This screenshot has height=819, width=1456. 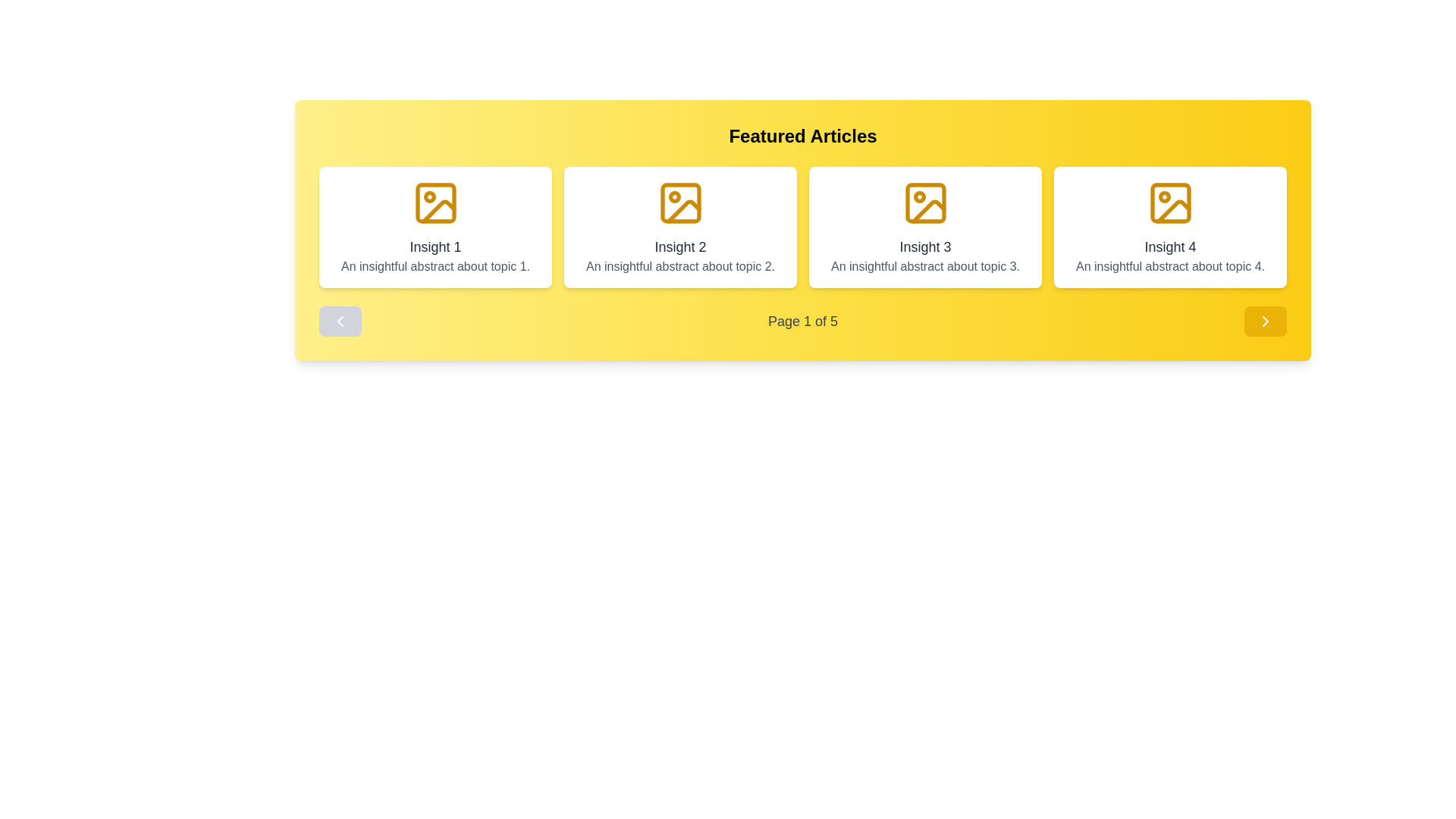 I want to click on the main title of the third card in a horizontally arranged list, which provides a concise textual representation of the card's content, located below the image icon and above the descriptive text block, so click(x=924, y=246).